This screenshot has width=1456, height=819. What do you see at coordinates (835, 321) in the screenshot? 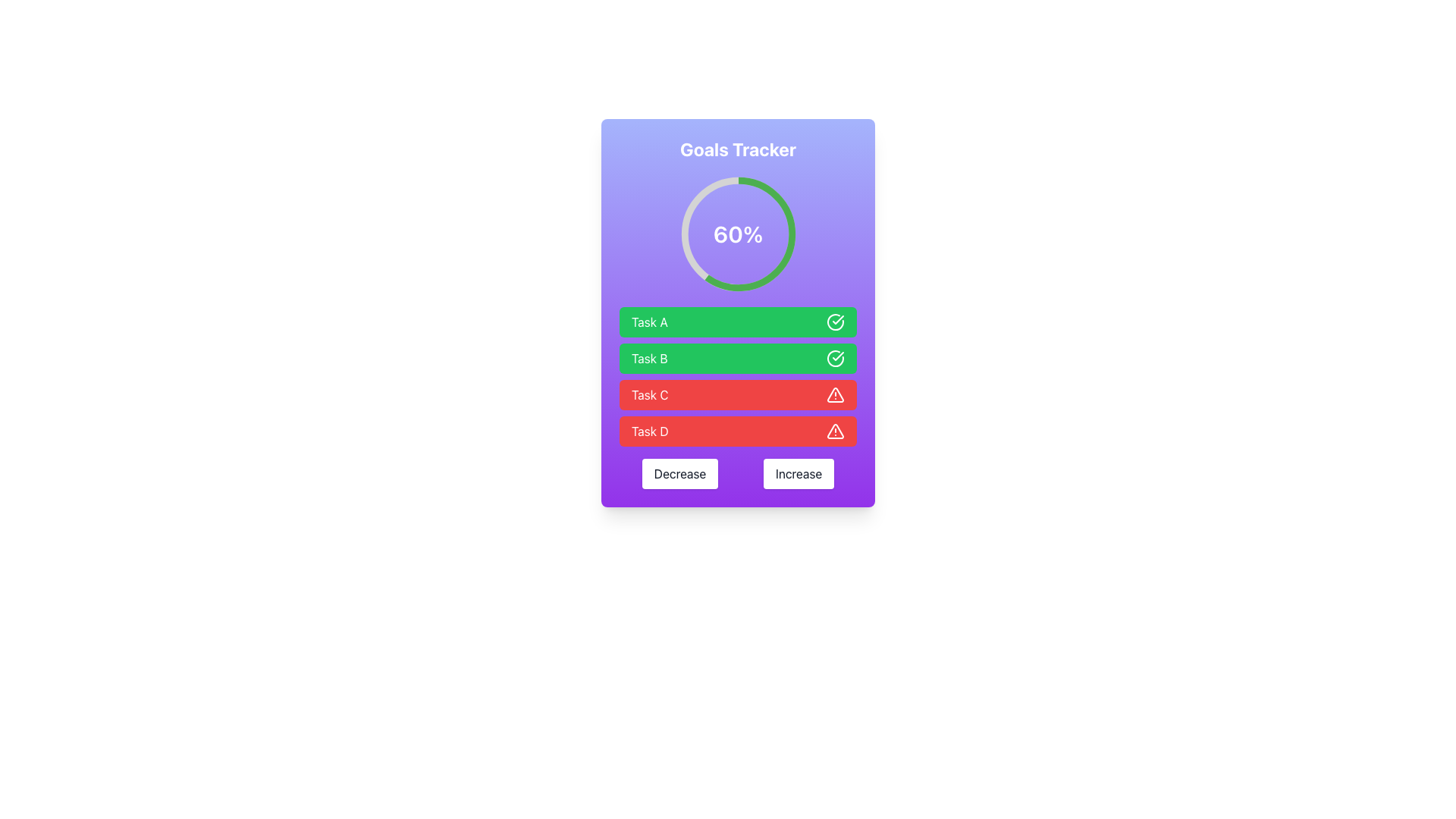
I see `circular checkmark icon located on the right side of the green 'Task A' action item in the vertical task list for developer tools interactions` at bounding box center [835, 321].